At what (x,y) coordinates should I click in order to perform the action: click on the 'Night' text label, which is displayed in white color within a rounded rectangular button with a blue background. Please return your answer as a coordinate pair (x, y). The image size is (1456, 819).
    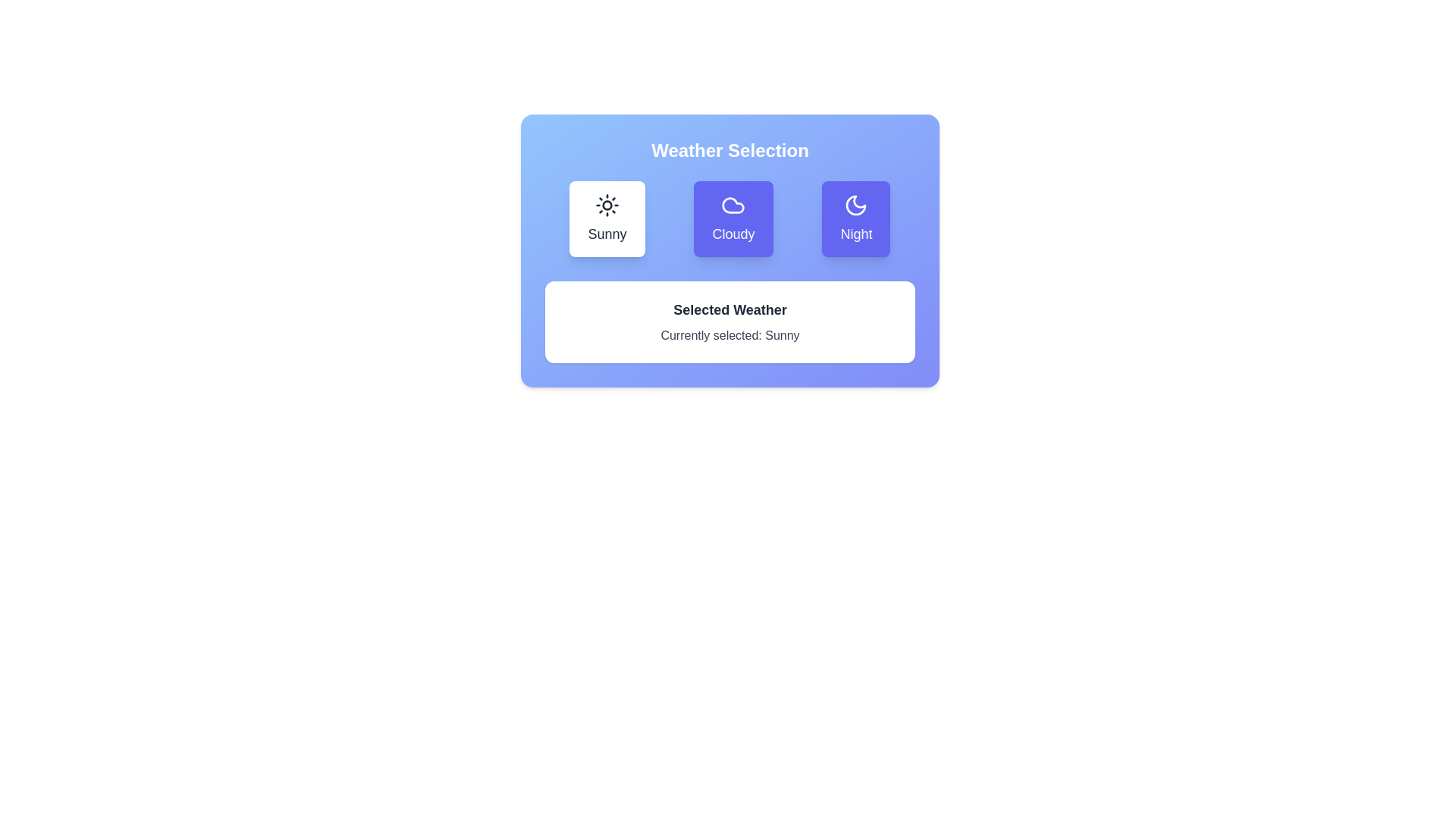
    Looking at the image, I should click on (856, 234).